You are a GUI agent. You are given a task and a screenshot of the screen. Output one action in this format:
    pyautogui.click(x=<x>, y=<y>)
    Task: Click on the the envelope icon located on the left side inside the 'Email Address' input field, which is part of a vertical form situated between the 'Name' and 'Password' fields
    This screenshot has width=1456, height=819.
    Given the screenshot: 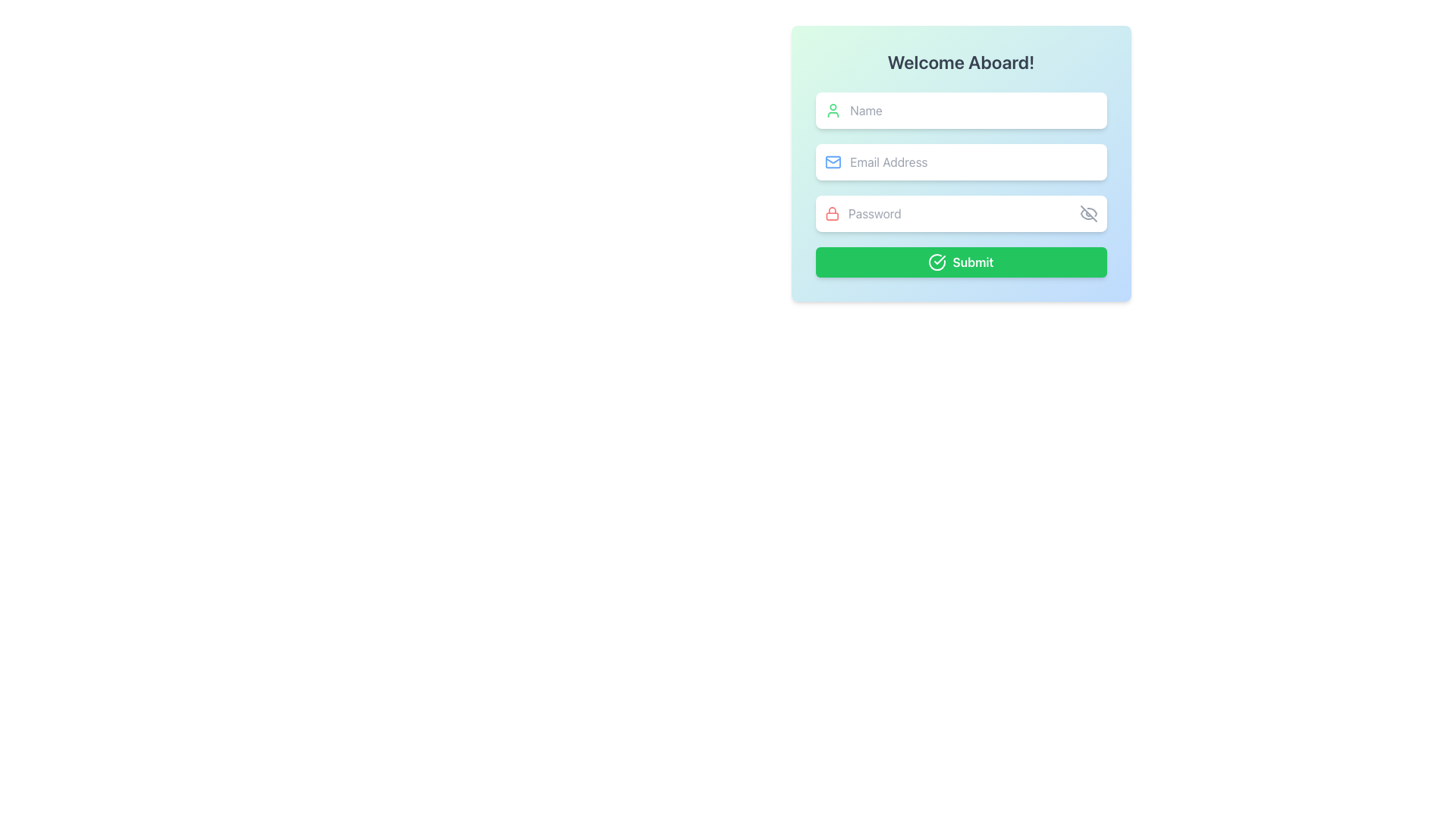 What is the action you would take?
    pyautogui.click(x=832, y=162)
    